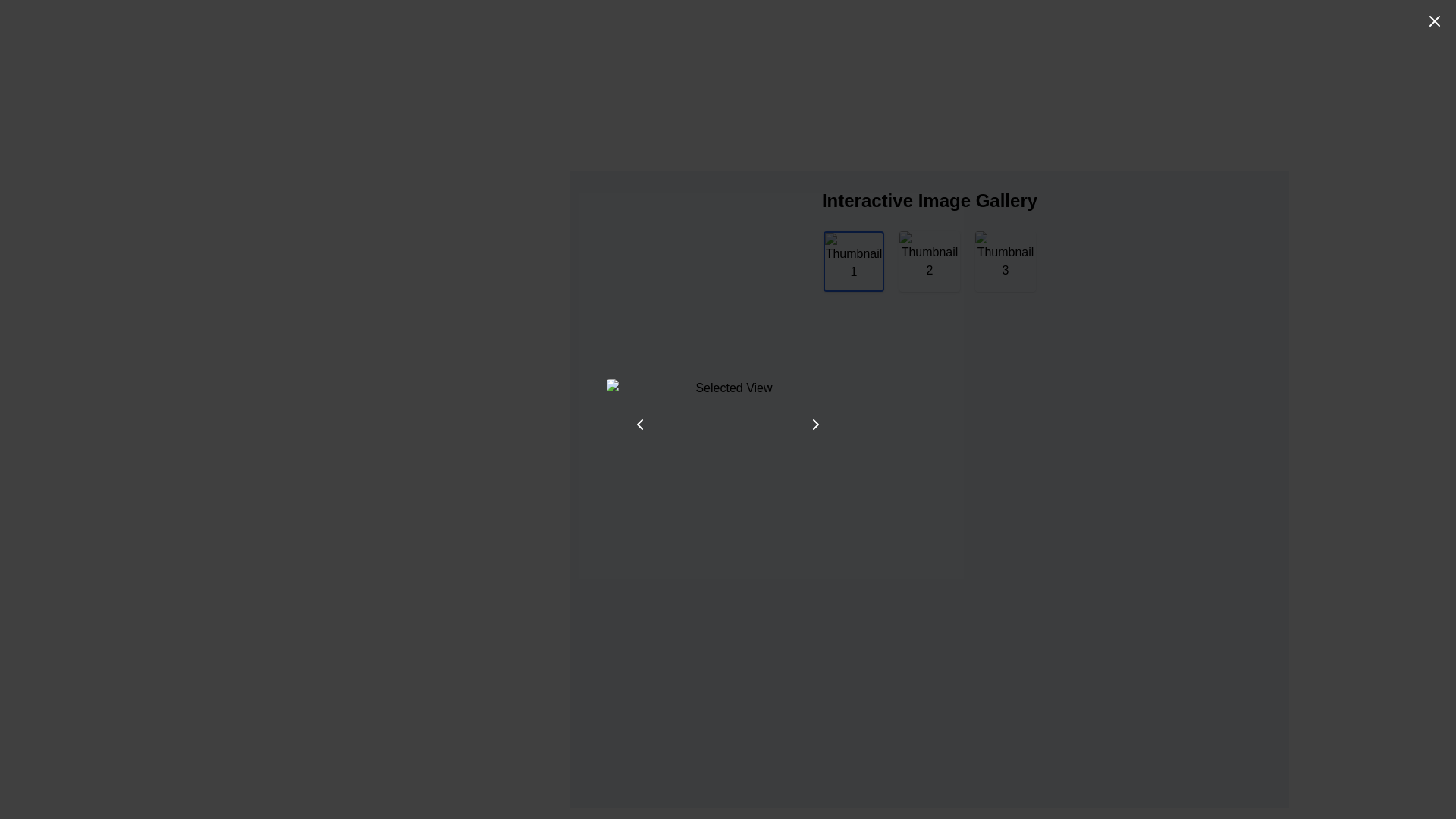  Describe the element at coordinates (854, 260) in the screenshot. I see `the first thumbnail image with associated text in the grid` at that location.